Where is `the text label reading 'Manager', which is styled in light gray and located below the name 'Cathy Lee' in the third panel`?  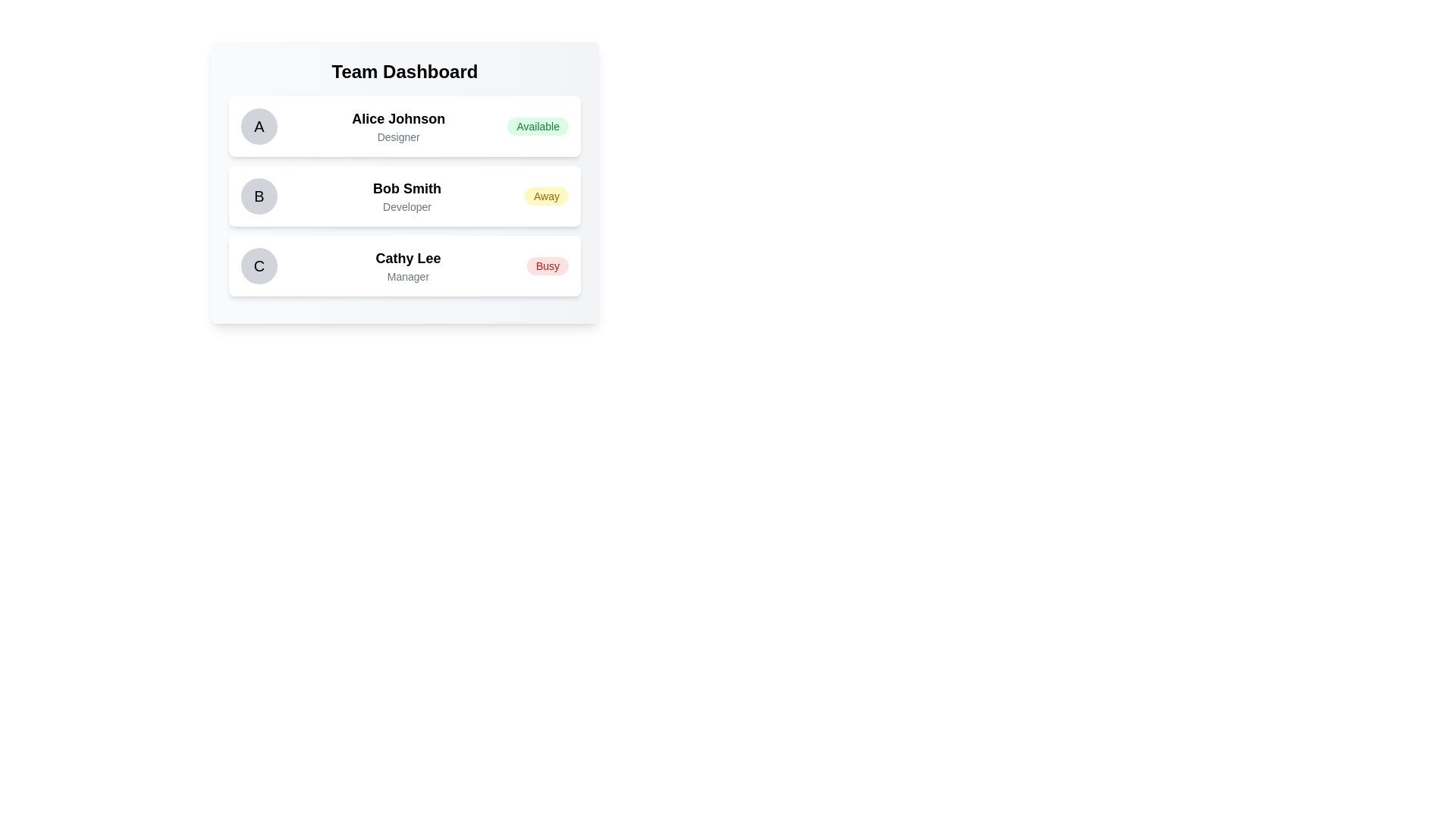 the text label reading 'Manager', which is styled in light gray and located below the name 'Cathy Lee' in the third panel is located at coordinates (408, 277).